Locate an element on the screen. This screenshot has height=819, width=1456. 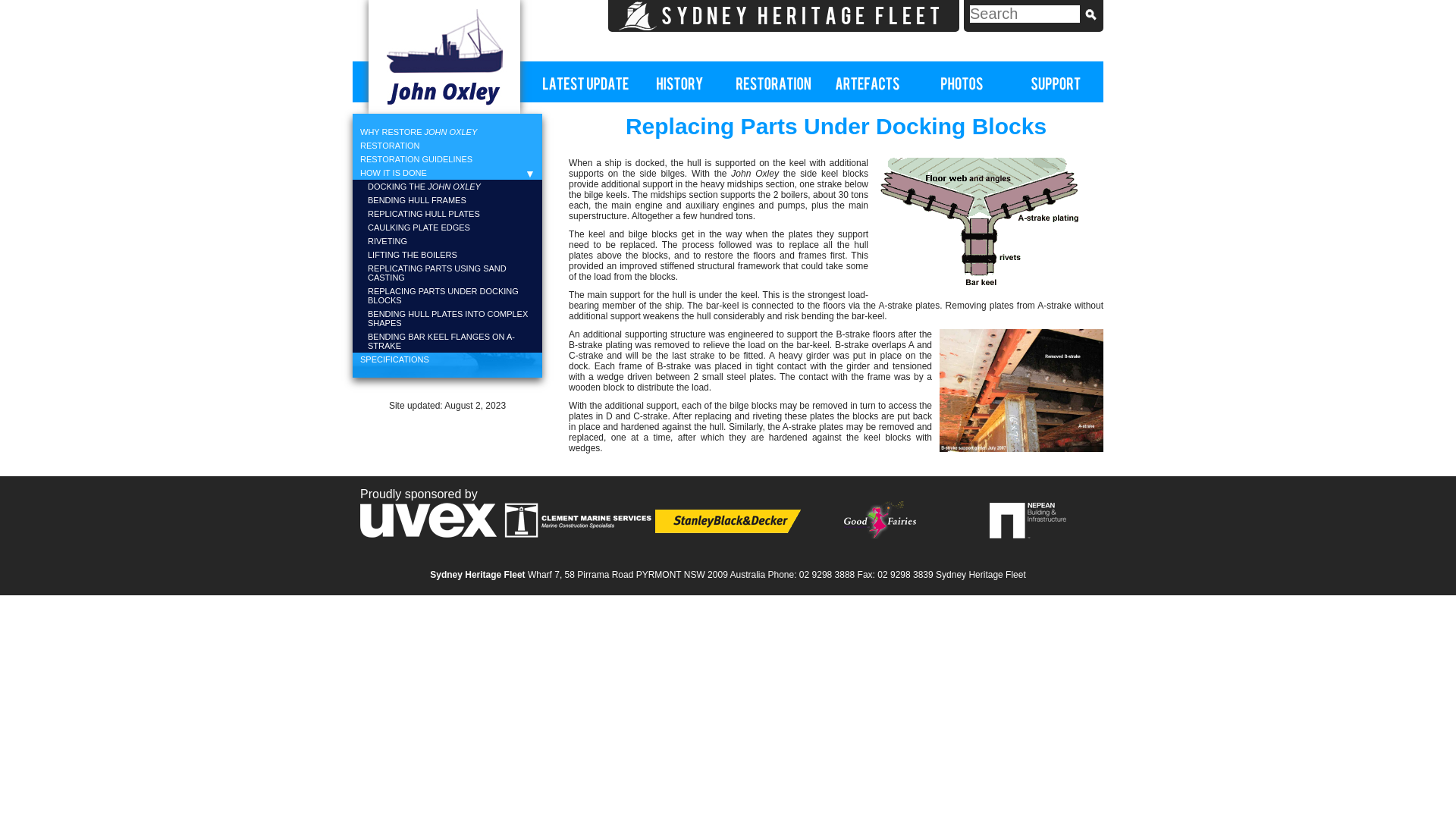
'BENDING BAR KEEL FLANGES ON A-STRAKE' is located at coordinates (447, 341).